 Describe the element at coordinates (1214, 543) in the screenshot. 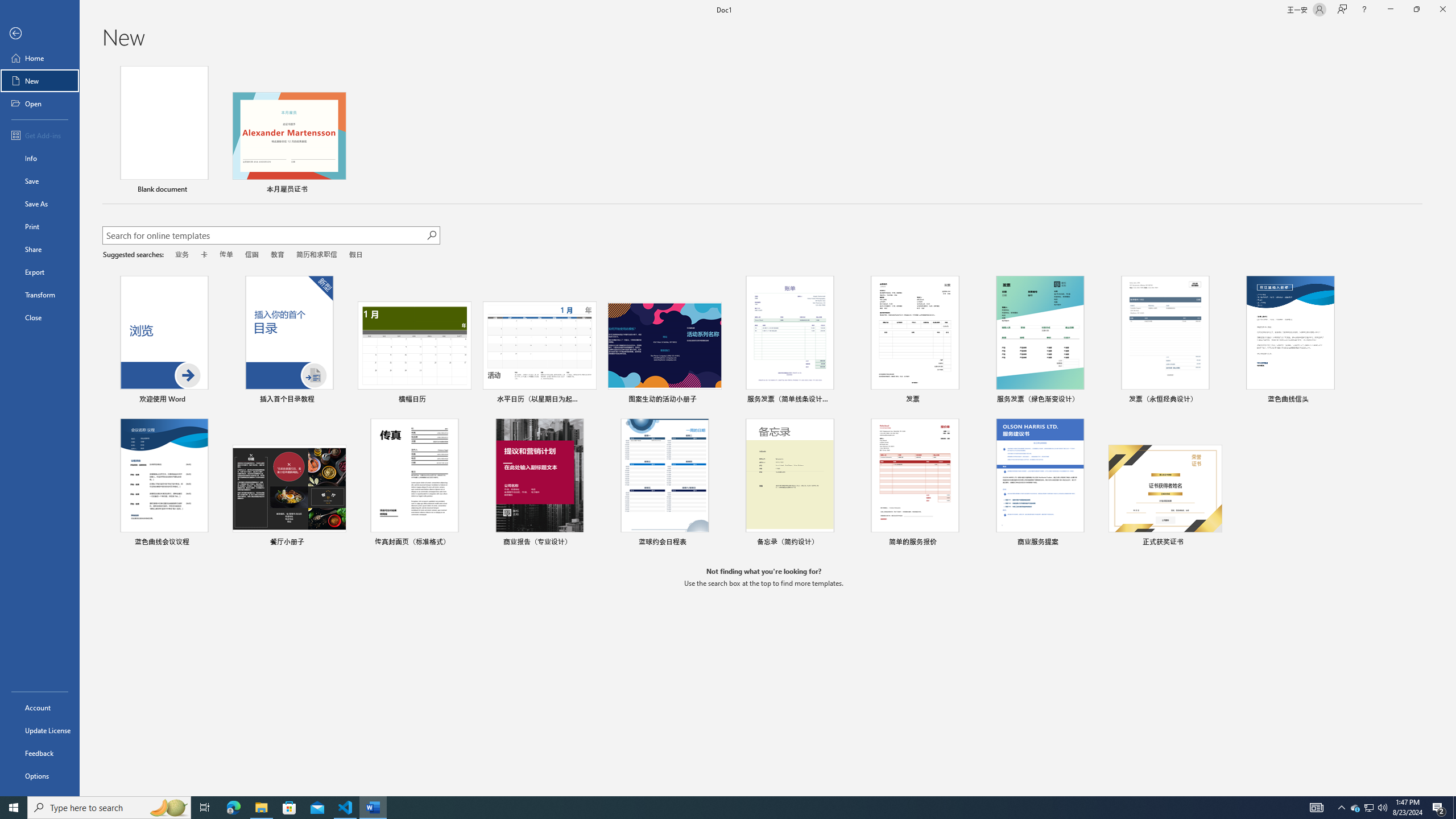

I see `'Pin to list'` at that location.